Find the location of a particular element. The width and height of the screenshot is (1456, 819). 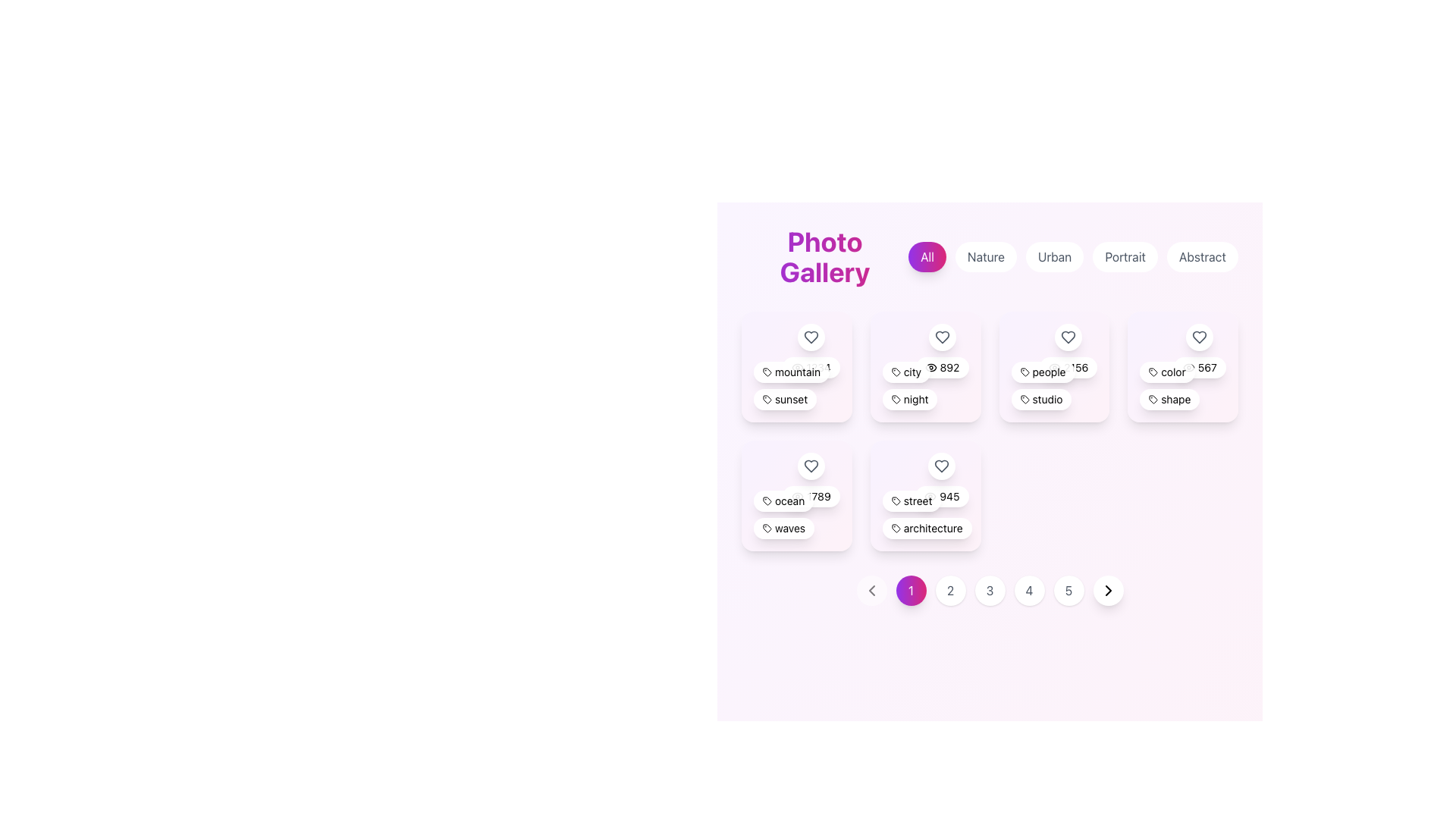

the button labeled 'Urban', which is the third button in a group of five within the navigation section of the 'Photo Gallery' is located at coordinates (1072, 256).